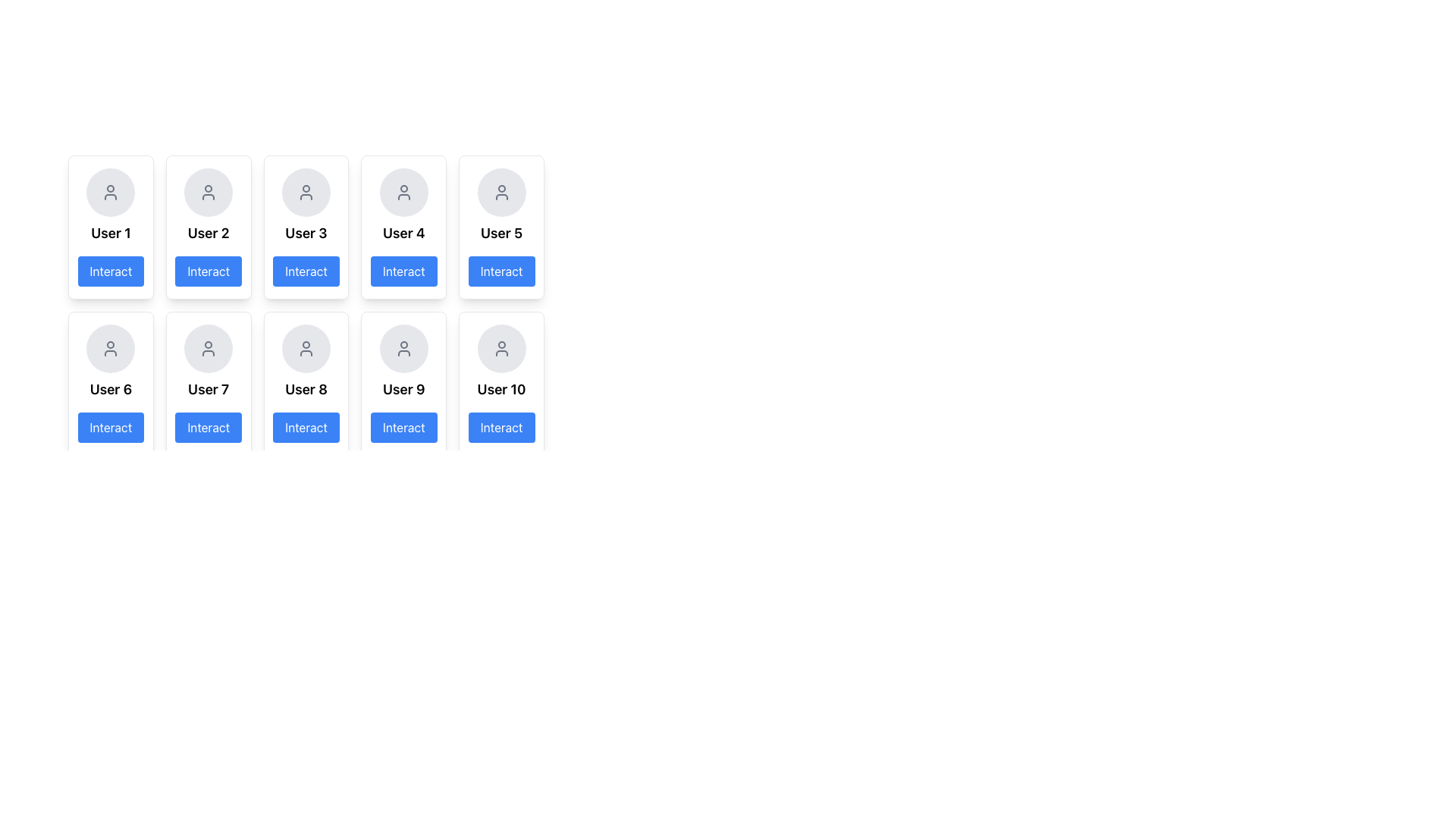 The image size is (1456, 819). I want to click on the circular user profile icon with a gray color scheme located at the top of the 'User 9' card in the second row, fifth column of the grid layout, so click(403, 348).